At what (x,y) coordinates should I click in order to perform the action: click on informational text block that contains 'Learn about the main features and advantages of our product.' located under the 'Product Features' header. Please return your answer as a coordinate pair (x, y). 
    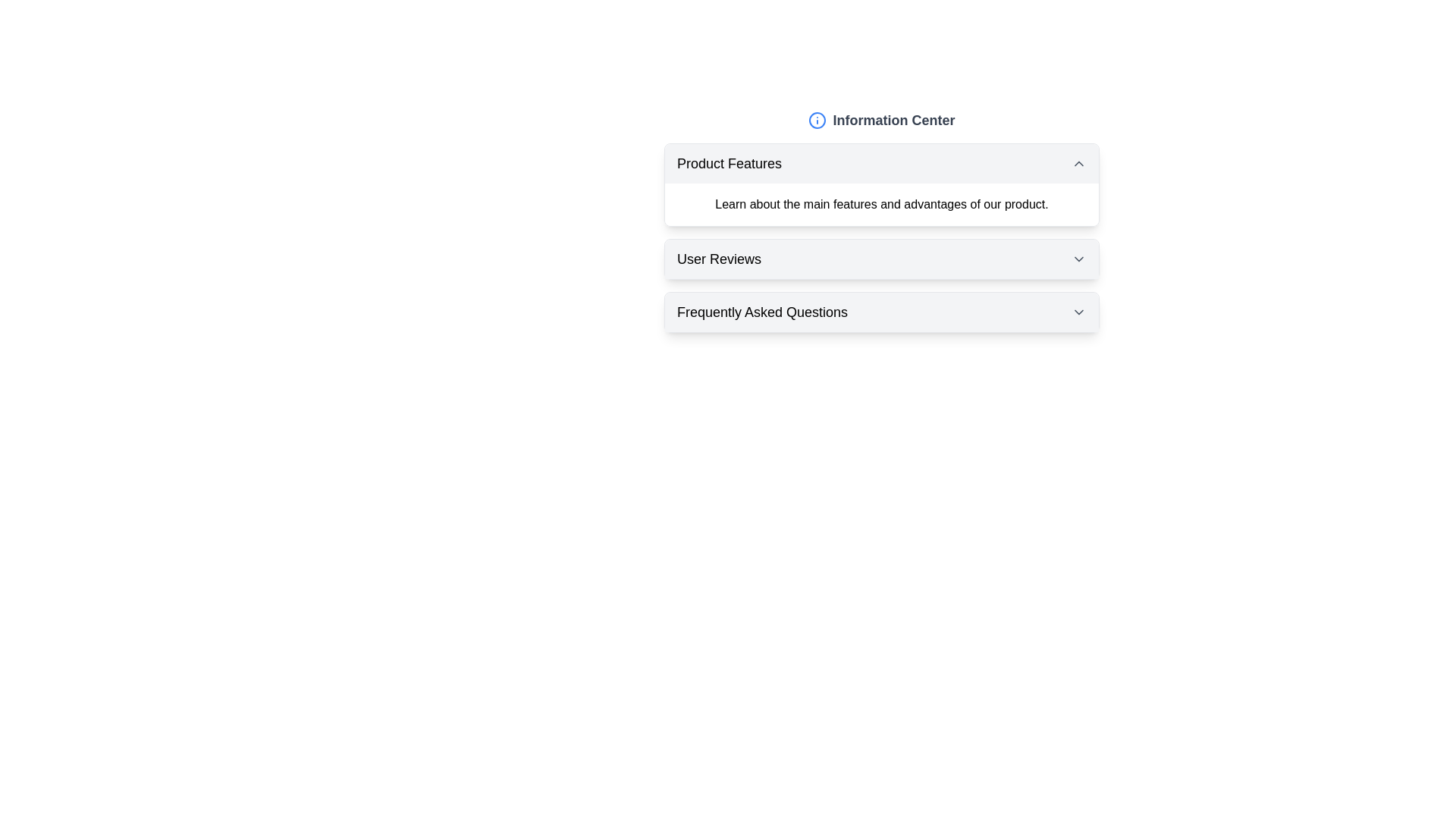
    Looking at the image, I should click on (881, 205).